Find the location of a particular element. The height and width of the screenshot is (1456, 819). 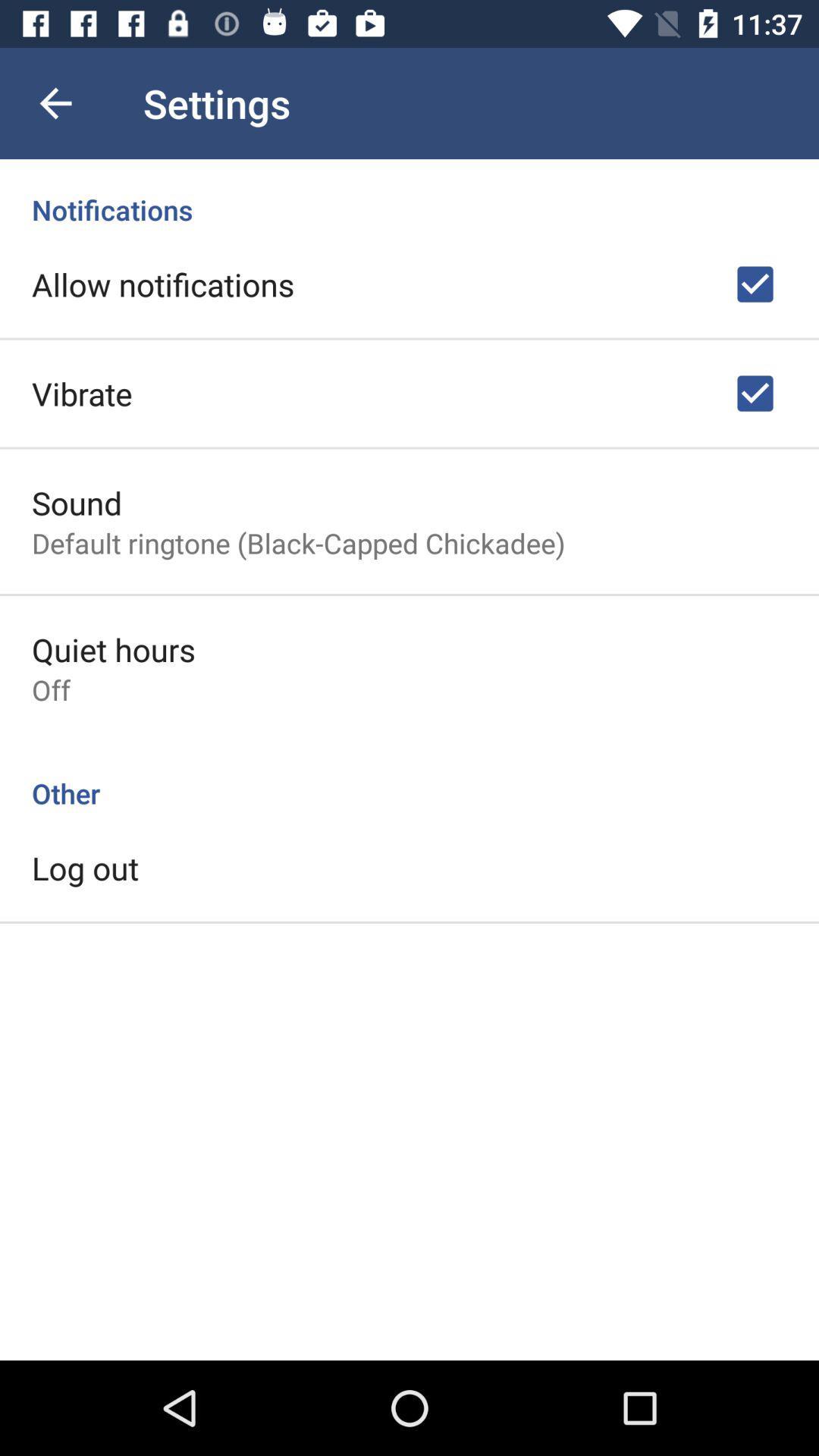

the icon below the vibrate item is located at coordinates (77, 502).